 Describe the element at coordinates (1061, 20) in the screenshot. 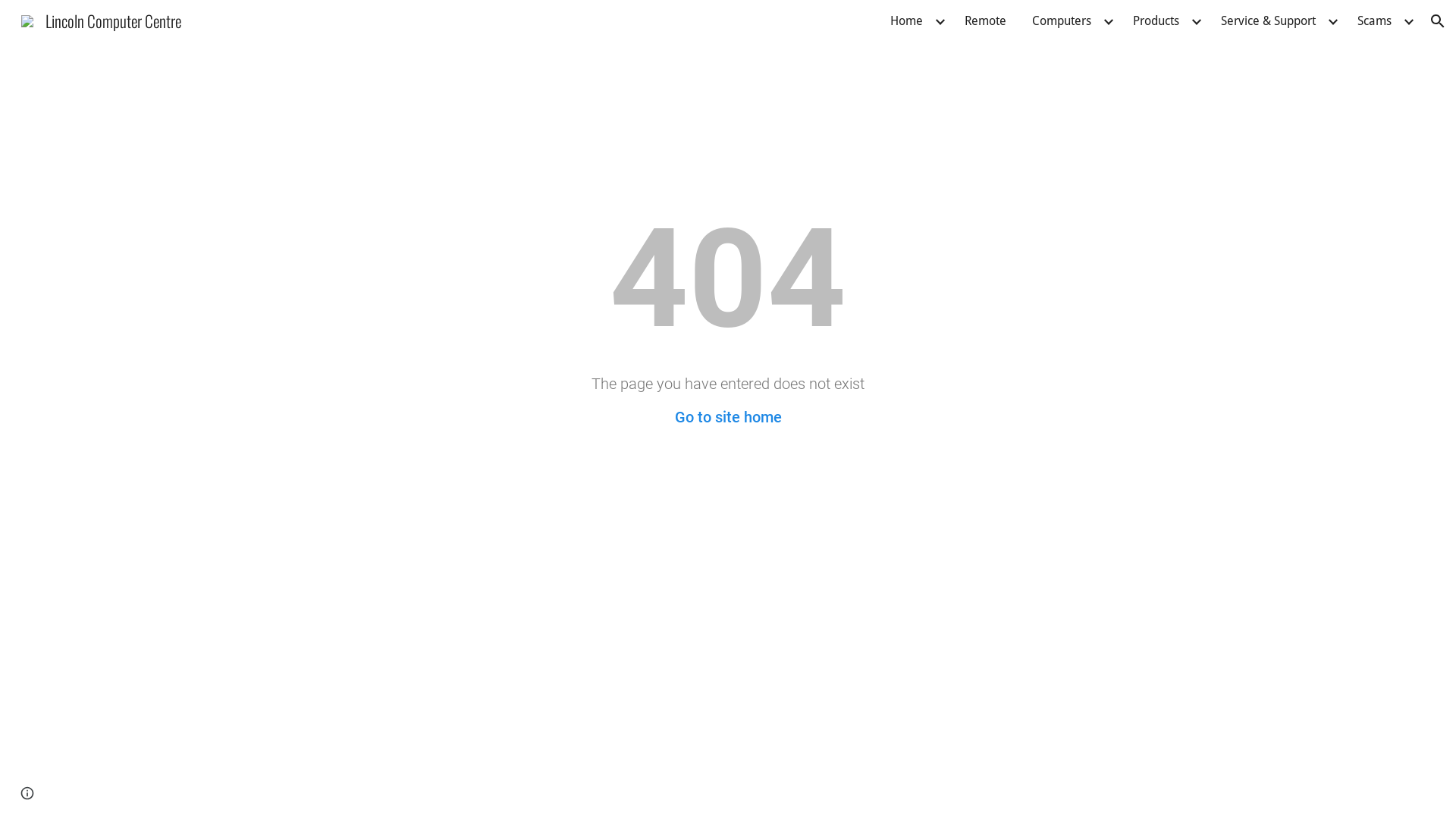

I see `'Computers'` at that location.